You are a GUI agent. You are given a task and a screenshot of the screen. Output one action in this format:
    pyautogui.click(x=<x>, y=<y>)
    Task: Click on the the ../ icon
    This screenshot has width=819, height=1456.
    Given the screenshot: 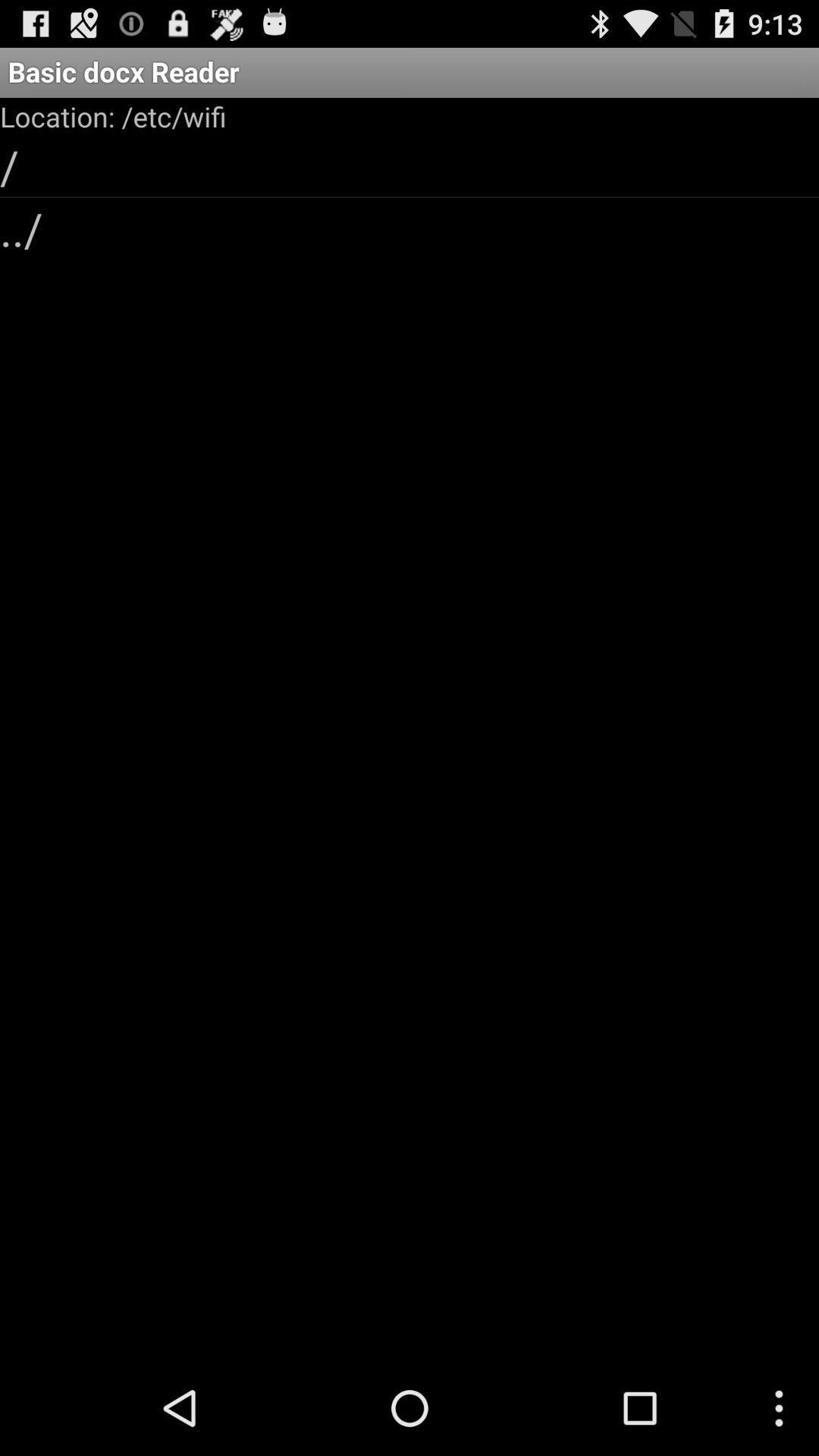 What is the action you would take?
    pyautogui.click(x=409, y=227)
    